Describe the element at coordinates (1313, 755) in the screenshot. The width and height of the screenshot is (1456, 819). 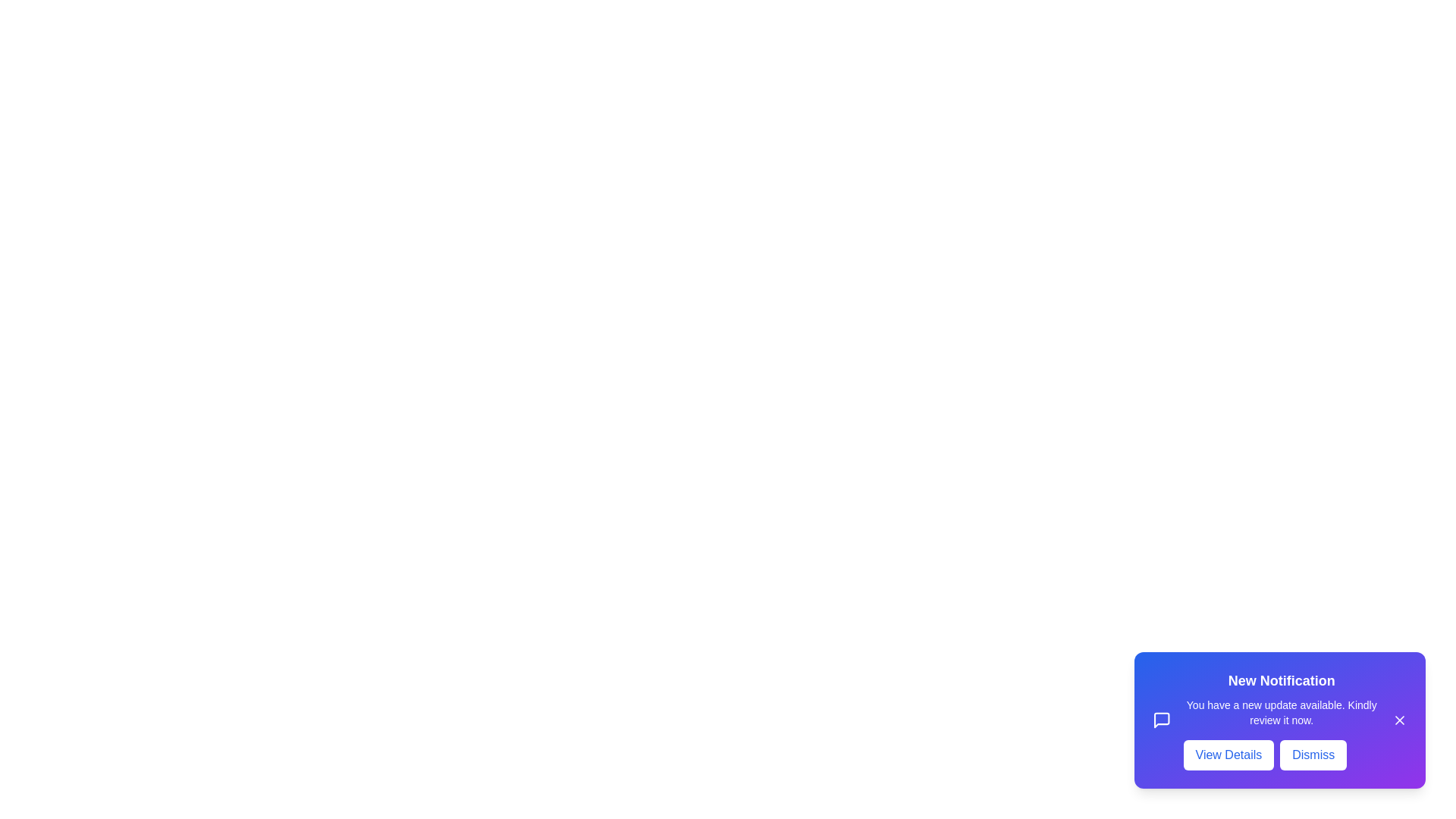
I see `'Dismiss' button` at that location.